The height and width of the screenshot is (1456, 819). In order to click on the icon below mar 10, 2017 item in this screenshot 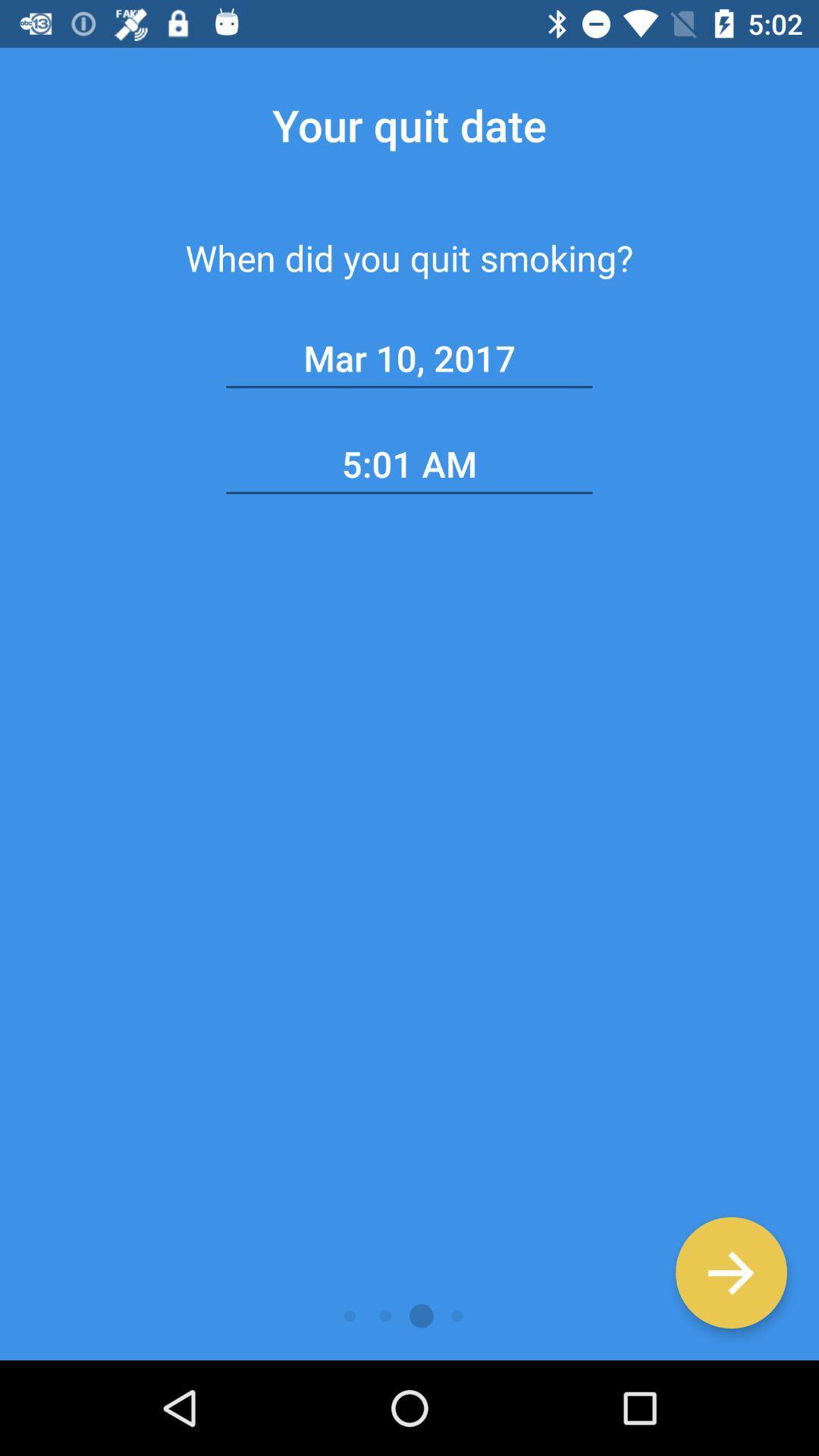, I will do `click(409, 463)`.